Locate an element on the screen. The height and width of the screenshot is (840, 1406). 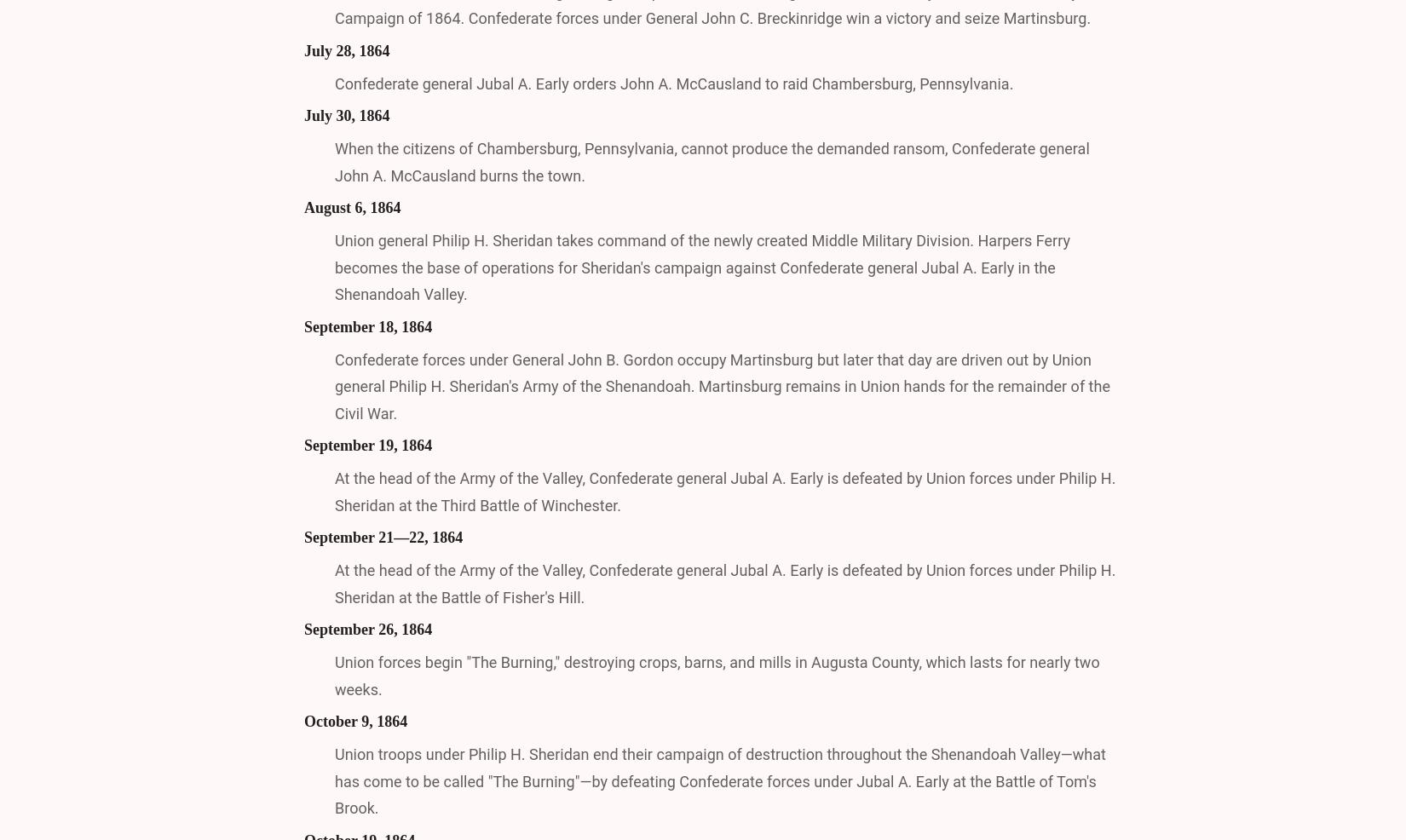
'Union troops under Philip H. Sheridan end their campaign of destruction throughout the Shenandoah Valley—what has come to be called "The Burning"—by defeating Confederate forces under Jubal A. Early at the Battle of Tom's Brook.' is located at coordinates (719, 780).